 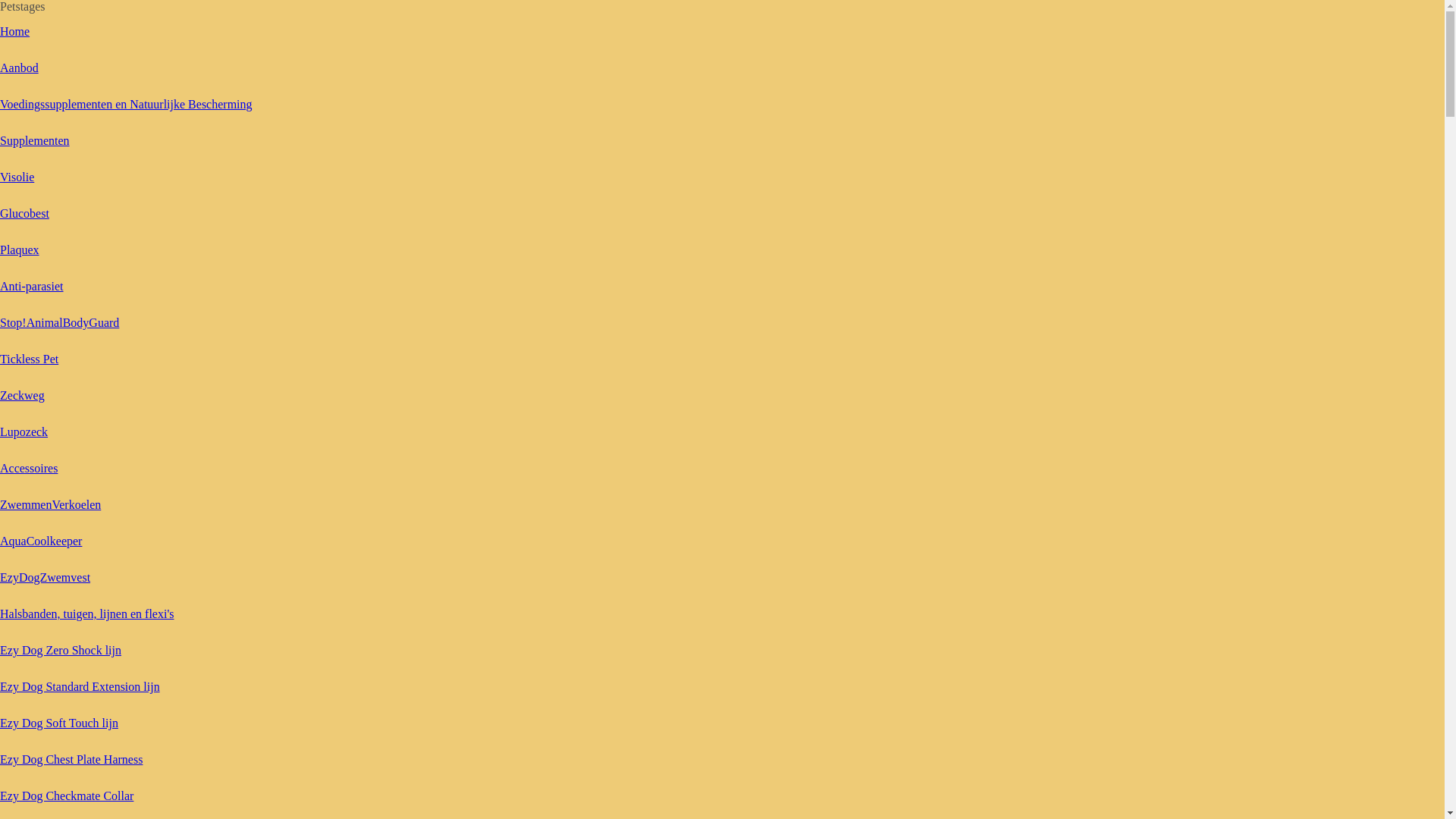 What do you see at coordinates (0, 322) in the screenshot?
I see `'Stop!AnimalBodyGuard'` at bounding box center [0, 322].